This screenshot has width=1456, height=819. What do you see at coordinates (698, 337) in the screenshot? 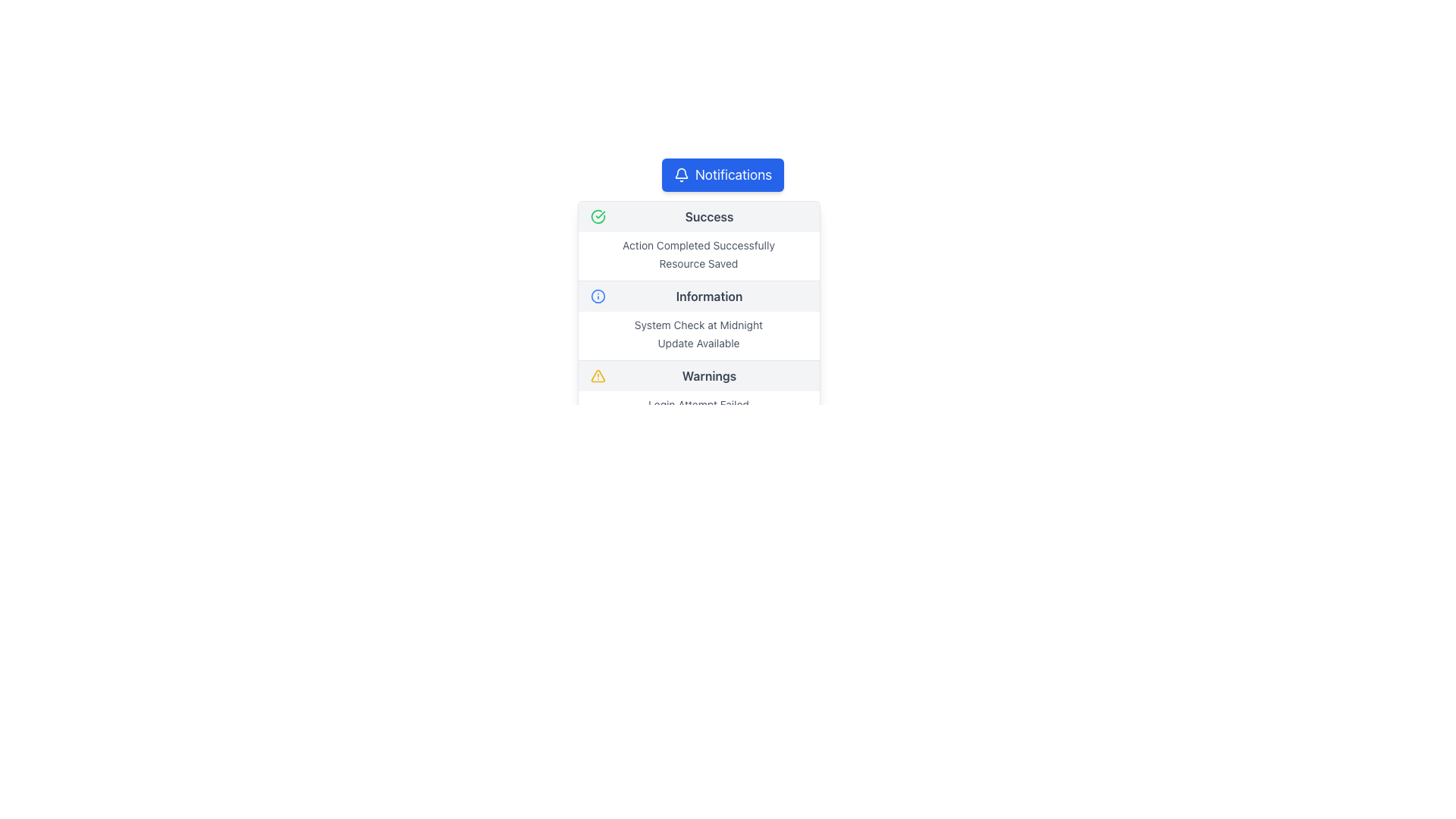
I see `the notification panel below the 'Notifications' button to read notifications` at bounding box center [698, 337].